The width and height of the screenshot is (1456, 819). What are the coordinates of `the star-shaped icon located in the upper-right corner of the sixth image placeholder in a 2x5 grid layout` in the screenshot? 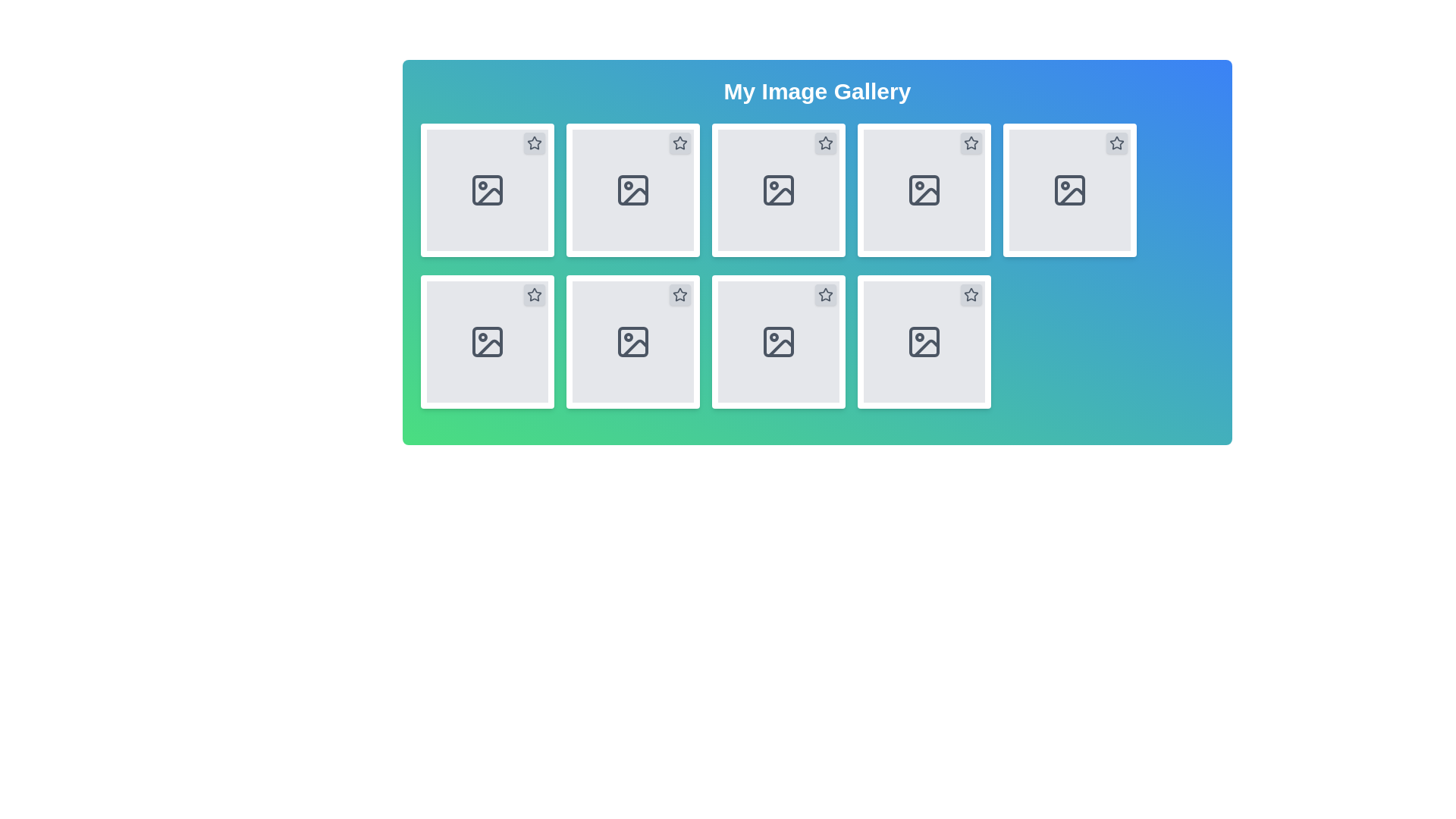 It's located at (679, 294).